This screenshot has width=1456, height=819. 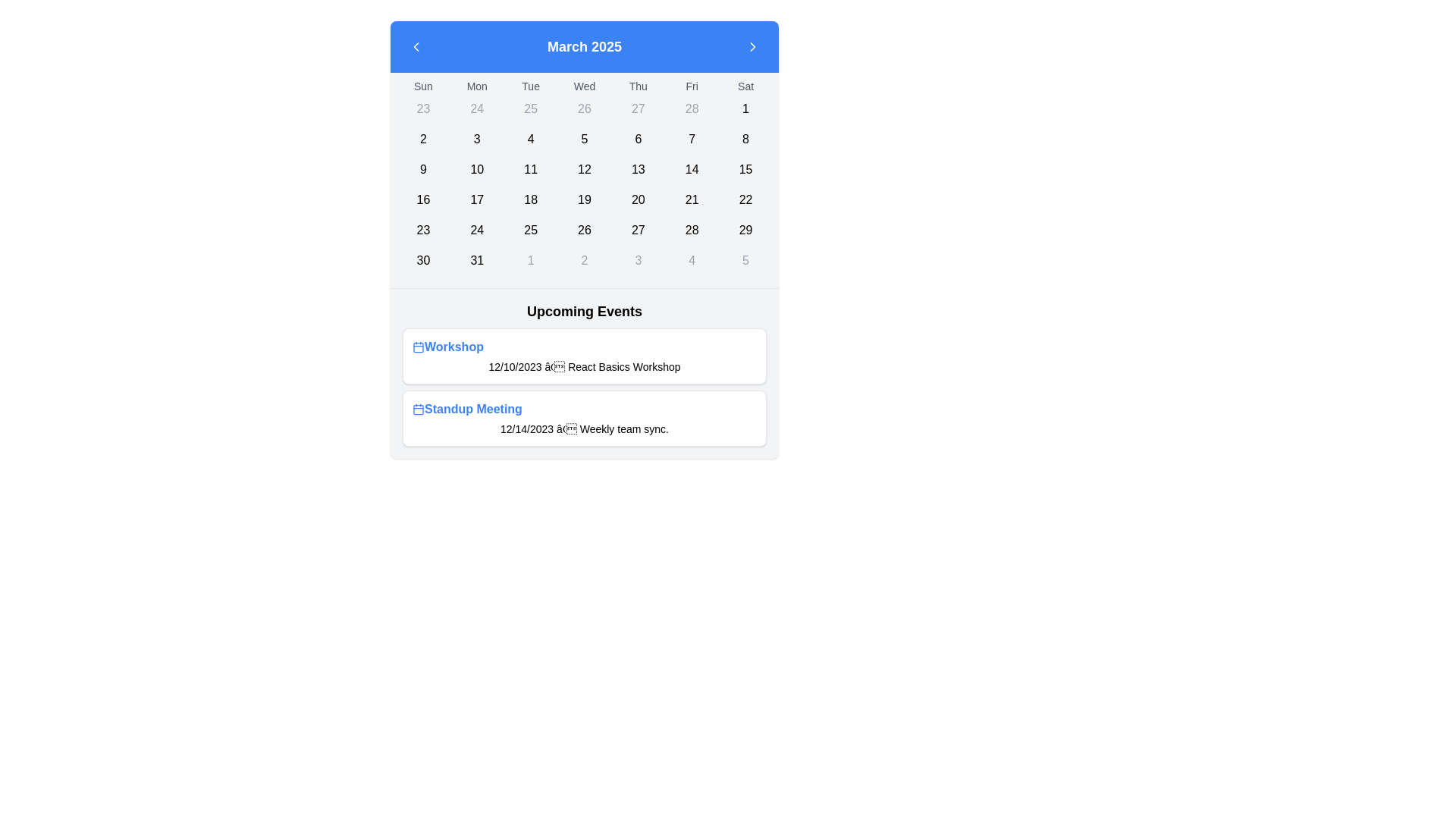 I want to click on the date button representing the 21st of the month in the calendar, located under 'Fri' in the fourth row, so click(x=691, y=199).